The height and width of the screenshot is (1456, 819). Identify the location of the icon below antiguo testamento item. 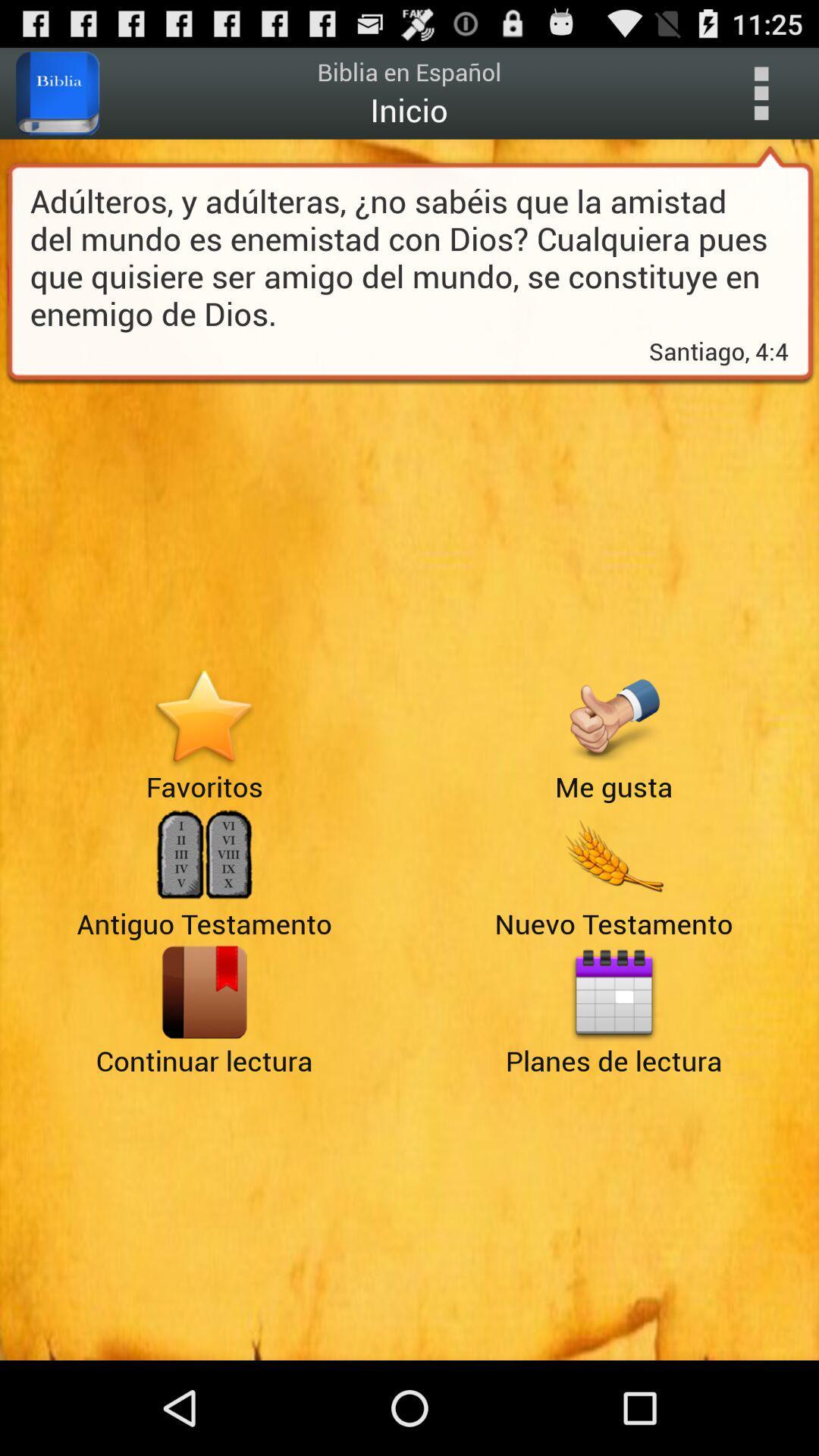
(203, 992).